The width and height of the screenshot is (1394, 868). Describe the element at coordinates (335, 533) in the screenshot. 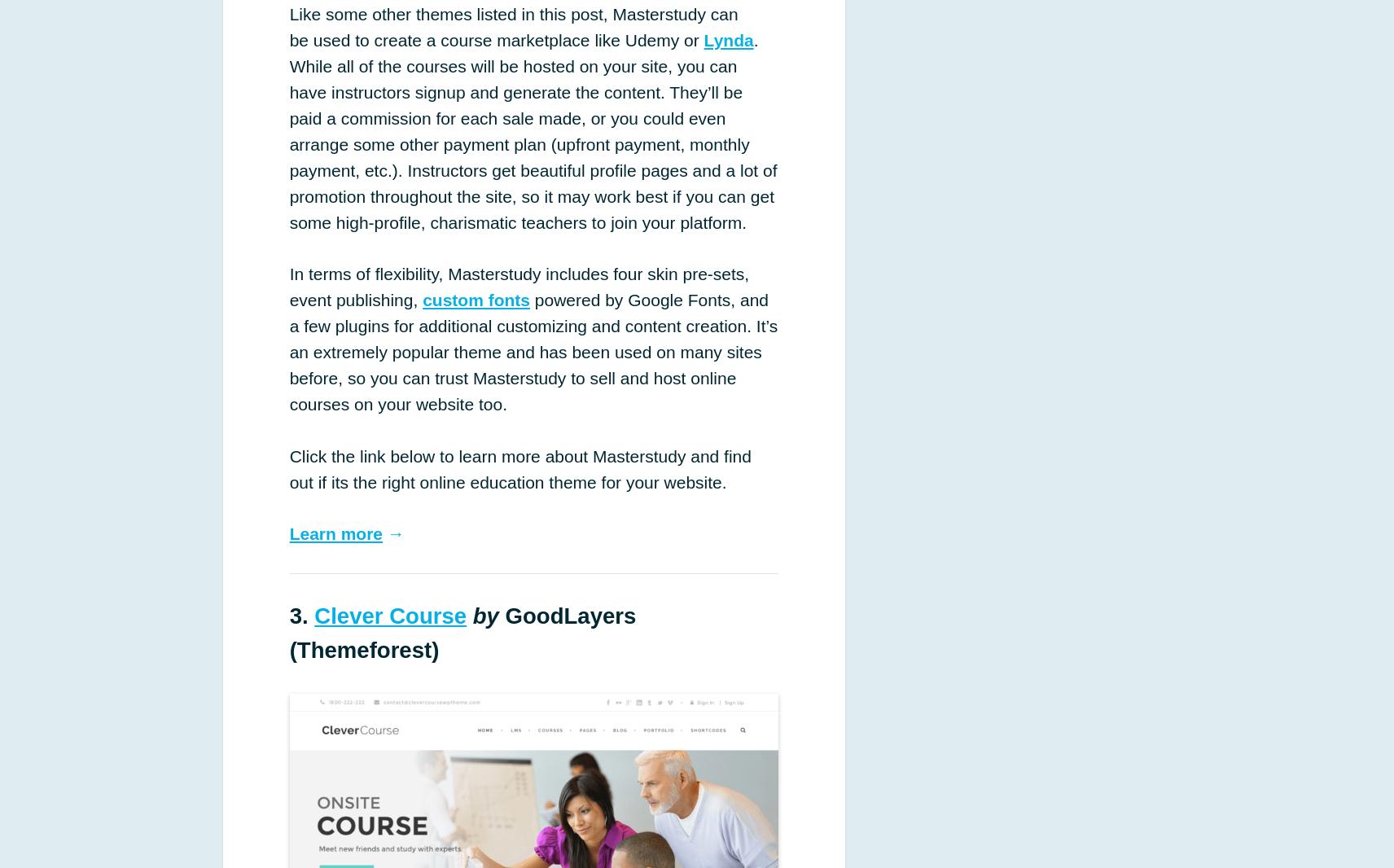

I see `'Learn more'` at that location.